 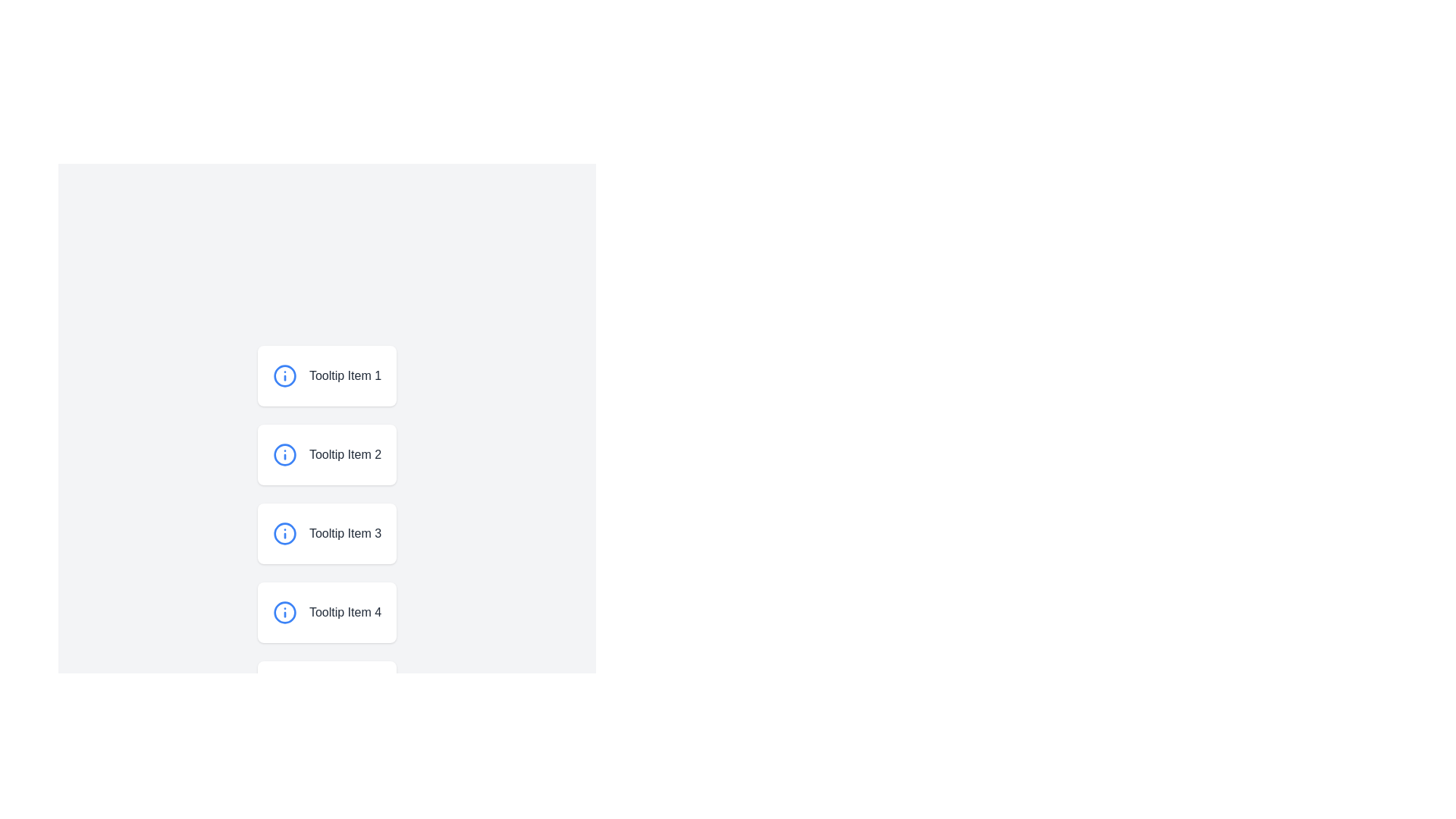 What do you see at coordinates (326, 533) in the screenshot?
I see `to select the List item with an embedded information icon and text label for 'Tooltip Item 3', which is the third item in a vertically aligned list` at bounding box center [326, 533].